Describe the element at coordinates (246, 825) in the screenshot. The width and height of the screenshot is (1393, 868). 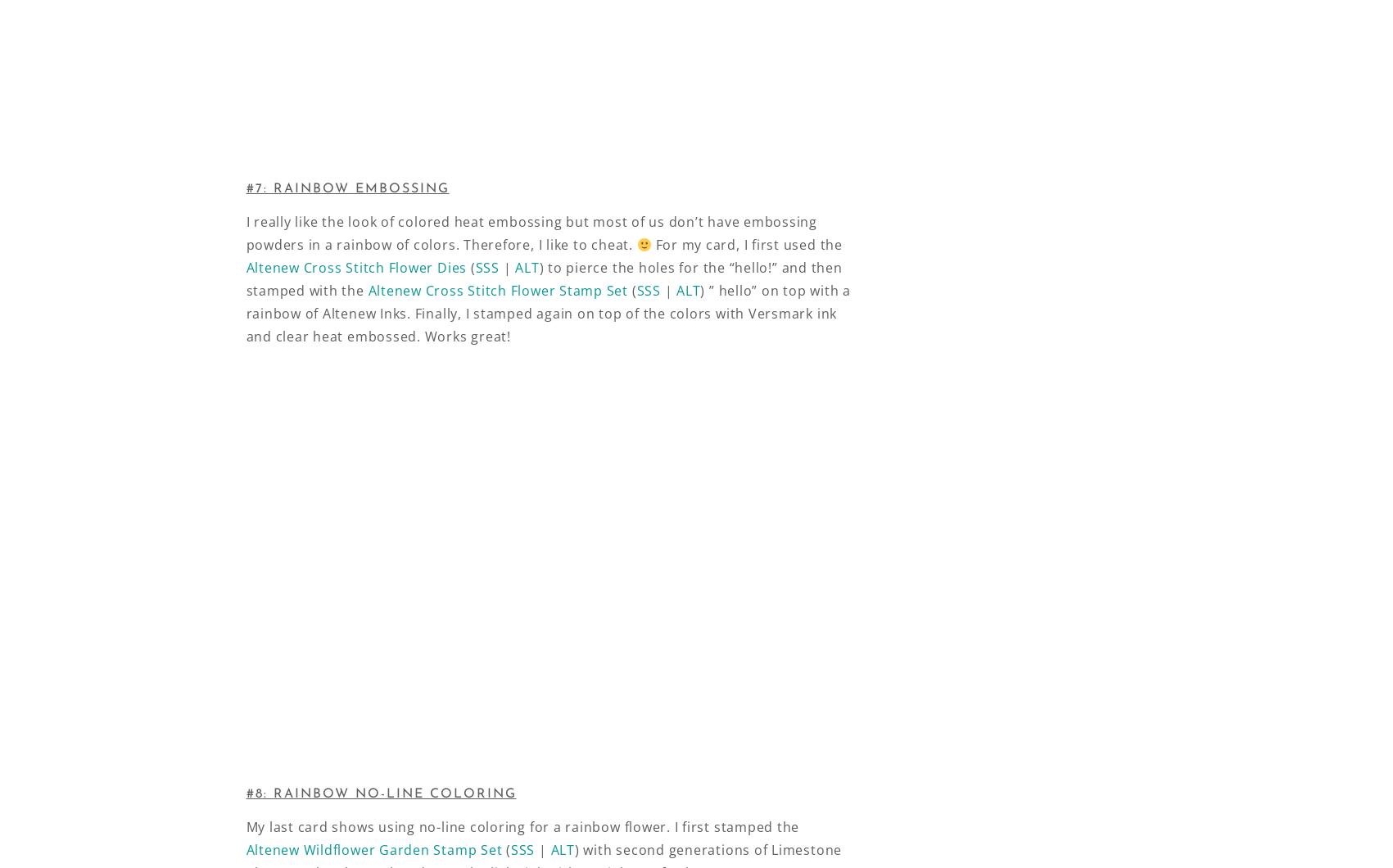
I see `'My last card shows using no-line coloring for a rainbow flower. I first stamped the'` at that location.